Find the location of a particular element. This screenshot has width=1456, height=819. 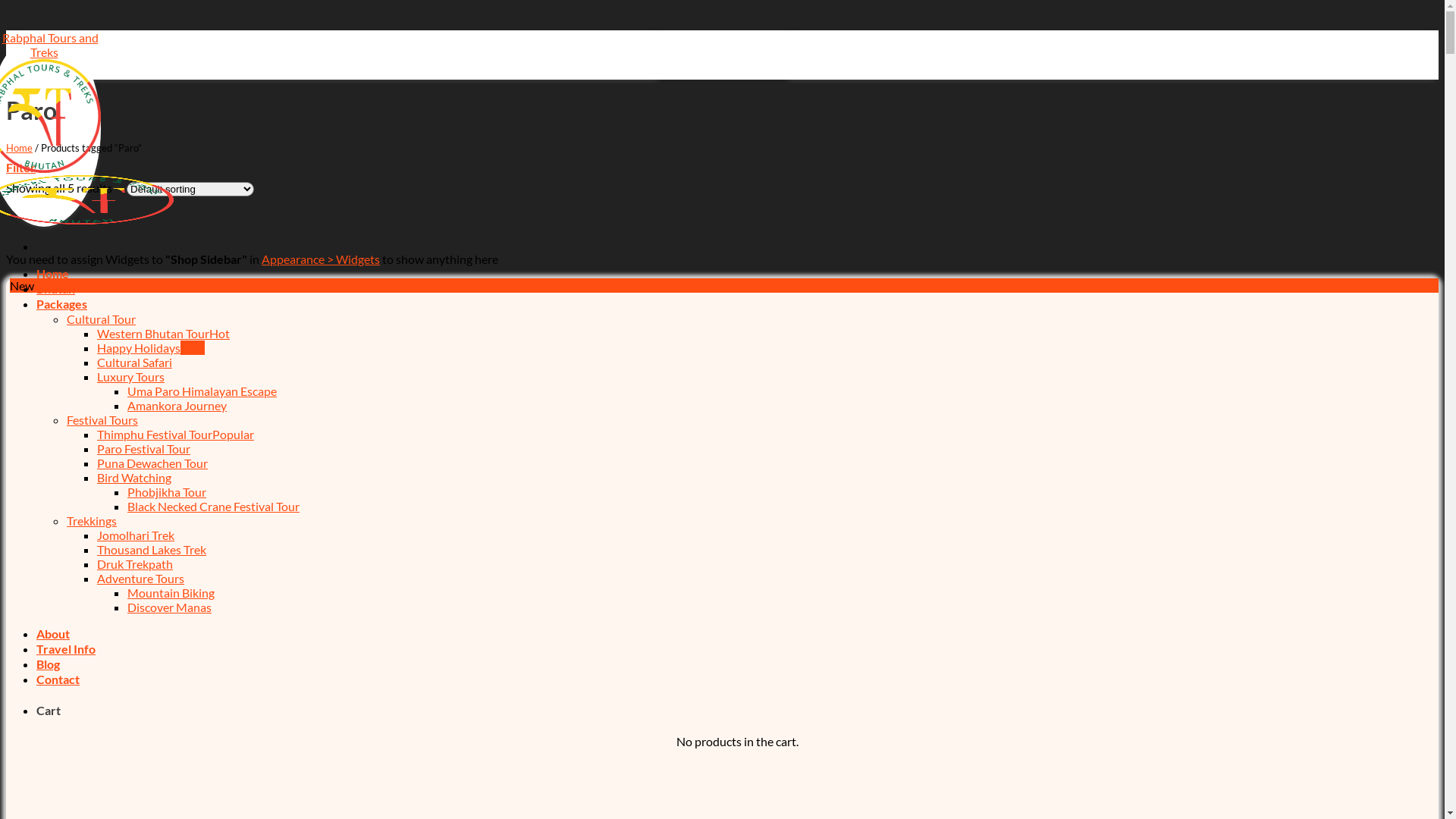

'Travel Info' is located at coordinates (64, 648).